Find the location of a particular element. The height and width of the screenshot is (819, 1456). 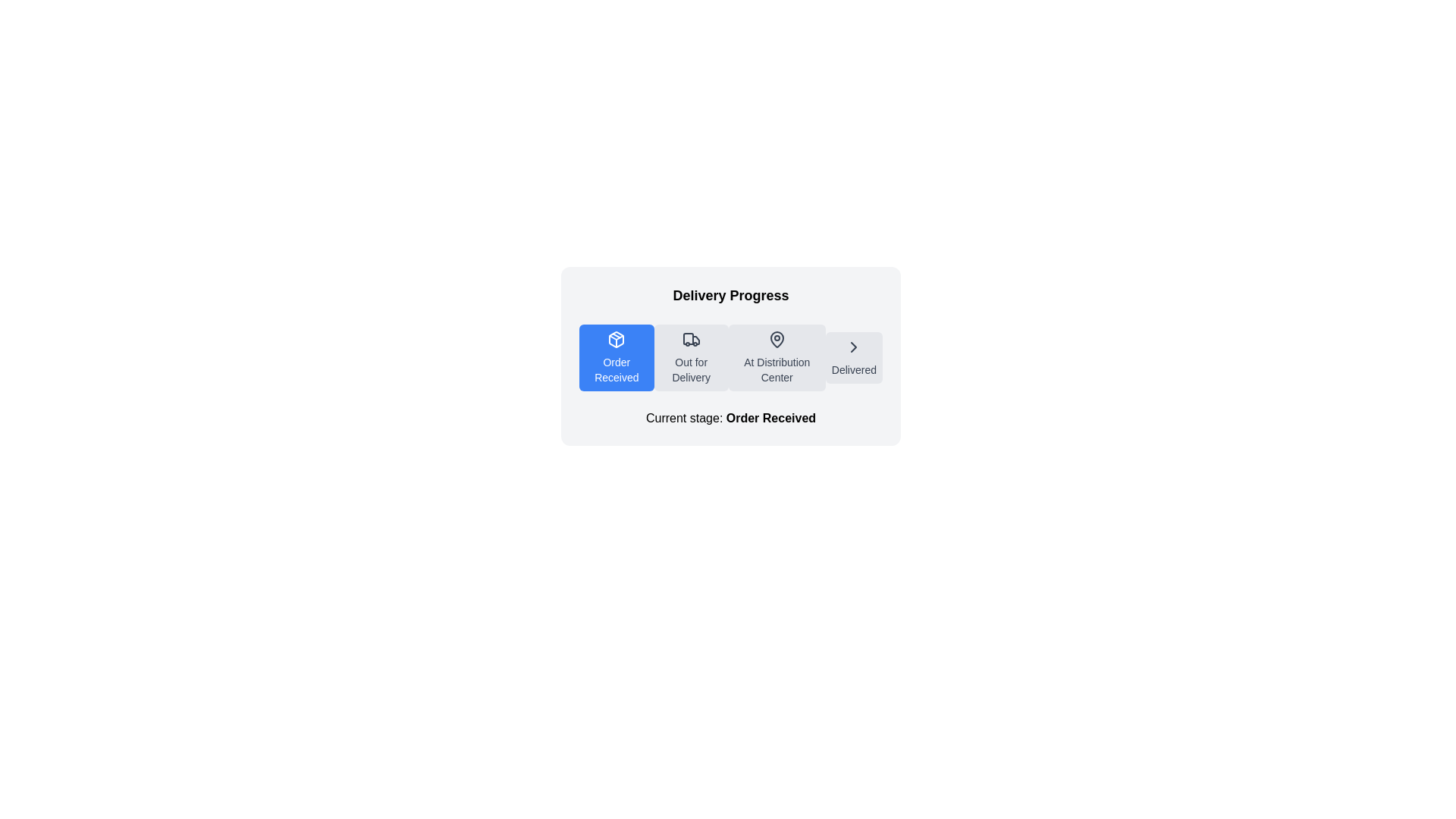

the button-like component labeled 'Out for Delivery', featuring a truck icon, which is the second element in a horizontal row of delivery progress indicators is located at coordinates (690, 357).